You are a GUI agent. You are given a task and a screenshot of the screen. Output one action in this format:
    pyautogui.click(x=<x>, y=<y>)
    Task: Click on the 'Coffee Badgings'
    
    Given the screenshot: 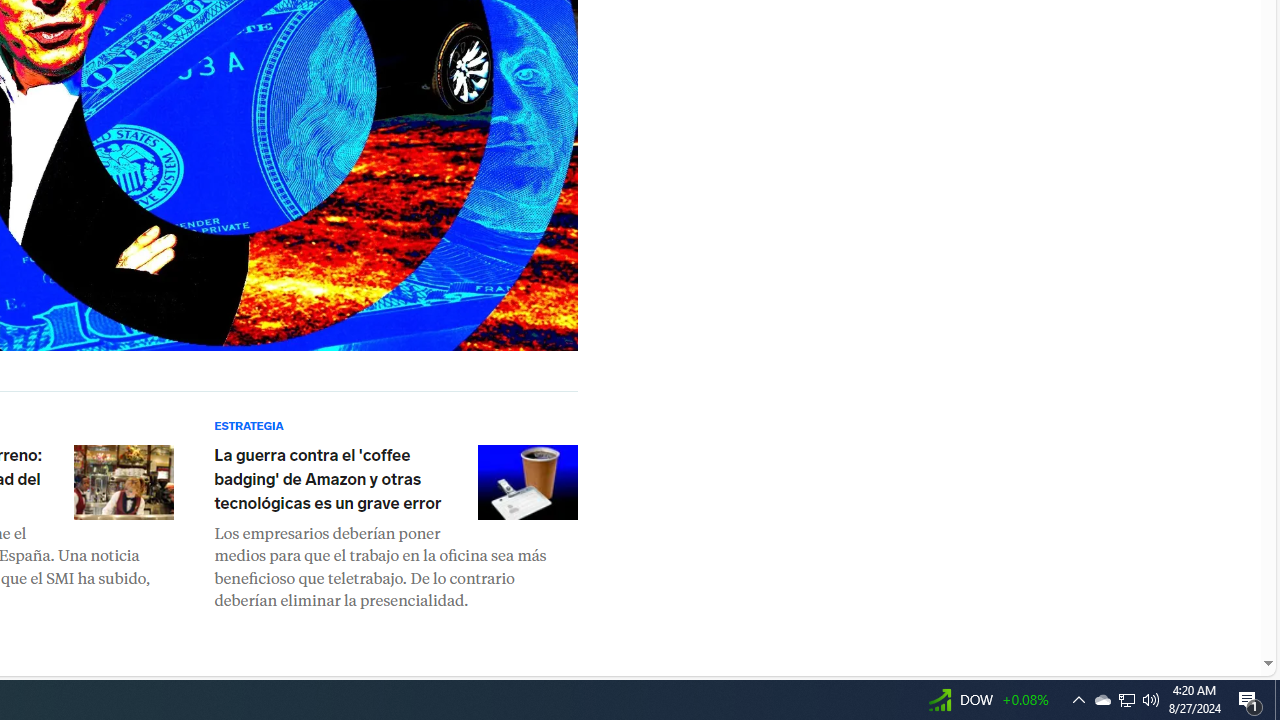 What is the action you would take?
    pyautogui.click(x=528, y=482)
    